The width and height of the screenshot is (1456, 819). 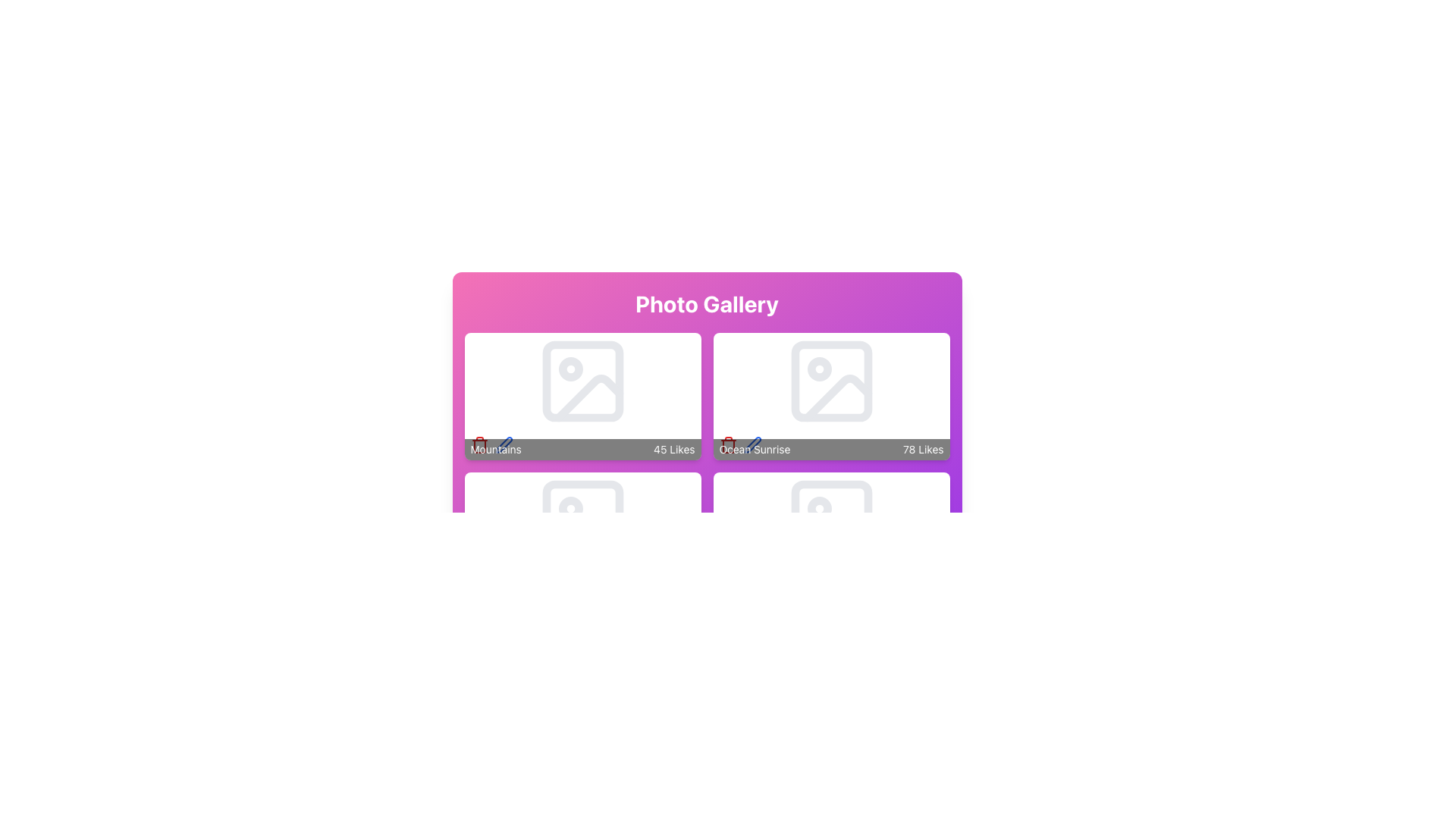 What do you see at coordinates (830, 380) in the screenshot?
I see `the rounded rectangular UI element that is part of the 'Ocean Sunrise' image placeholder in the 'Photo Gallery' section` at bounding box center [830, 380].